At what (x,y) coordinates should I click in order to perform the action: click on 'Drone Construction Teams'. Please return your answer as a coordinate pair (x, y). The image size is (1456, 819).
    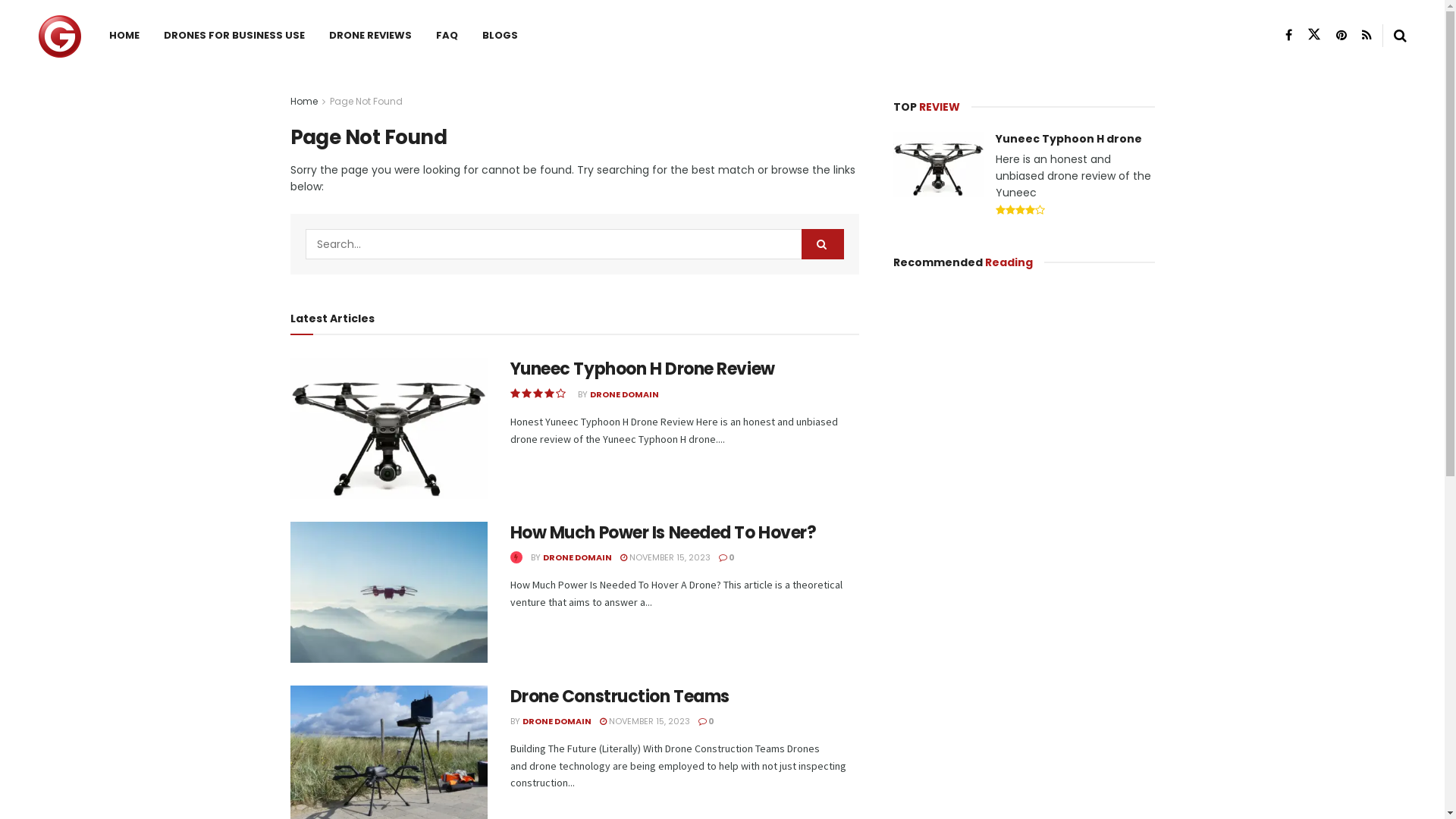
    Looking at the image, I should click on (619, 696).